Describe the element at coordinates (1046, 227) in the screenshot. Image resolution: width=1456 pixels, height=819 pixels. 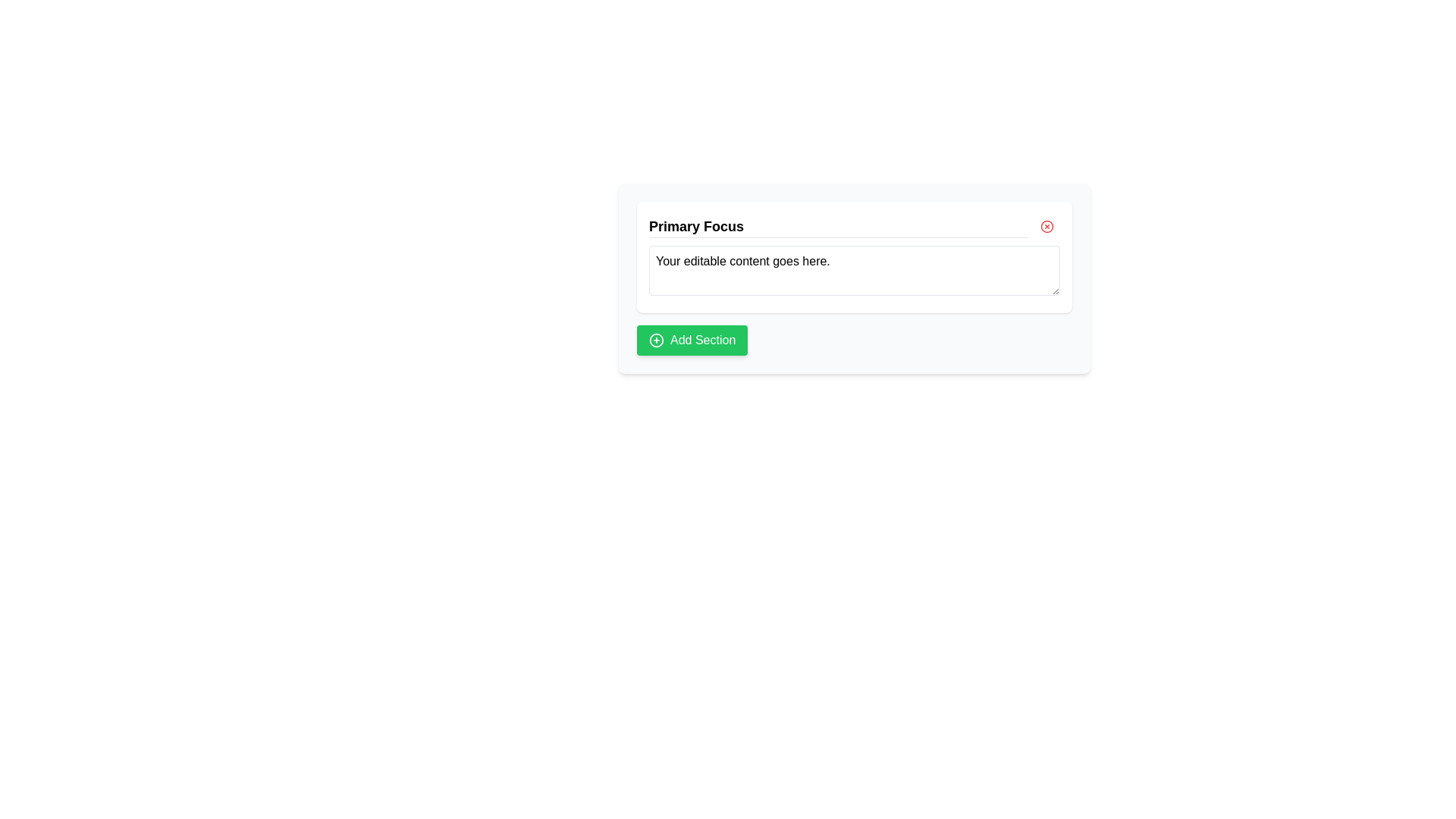
I see `the Close icon button located in the top-right corner of the 'Primary Focus' input box` at that location.